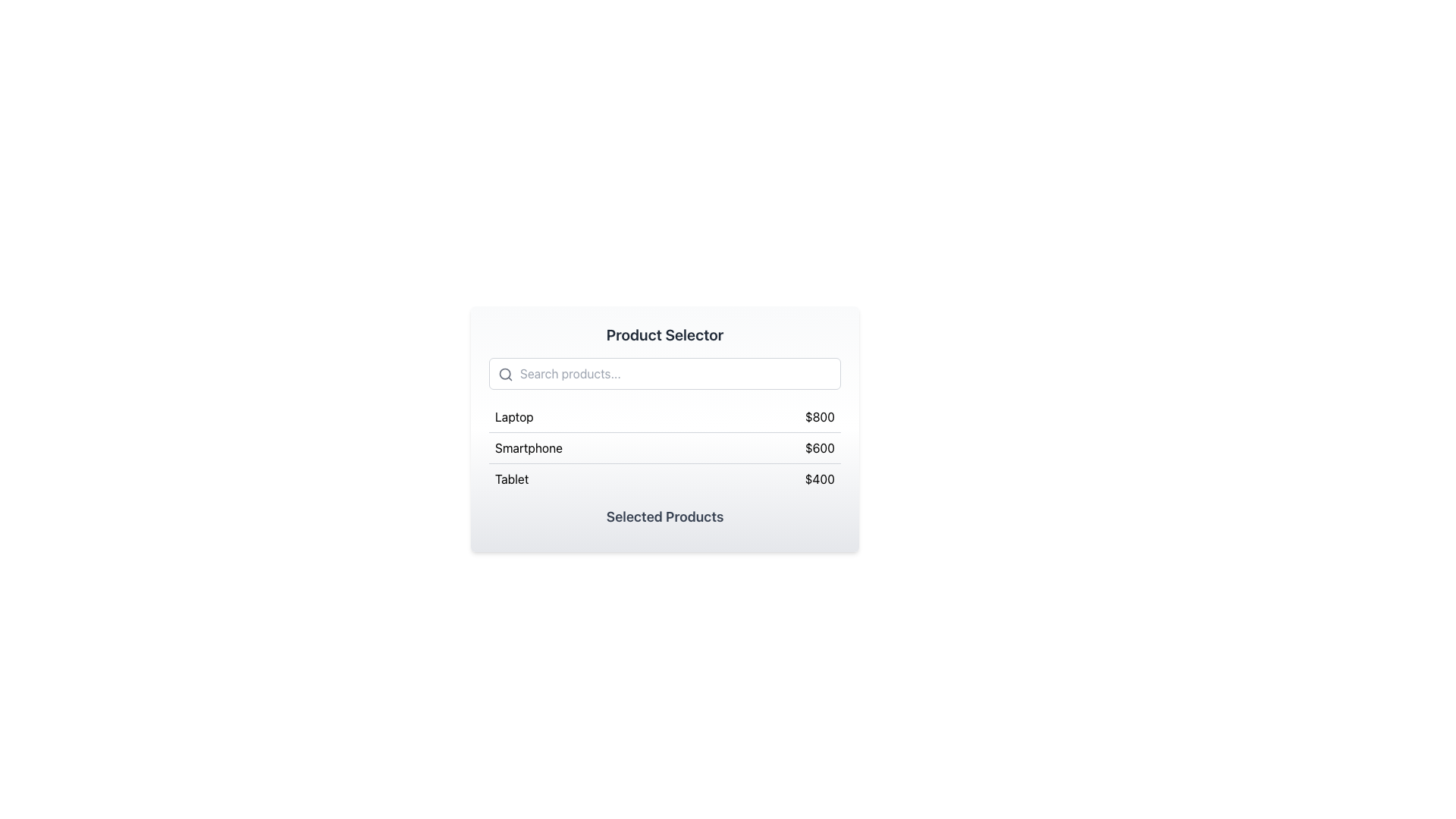 The height and width of the screenshot is (819, 1456). I want to click on the first list item labeled 'Laptop' with the price '$800' in the 'Product Selector' panel, so click(665, 417).